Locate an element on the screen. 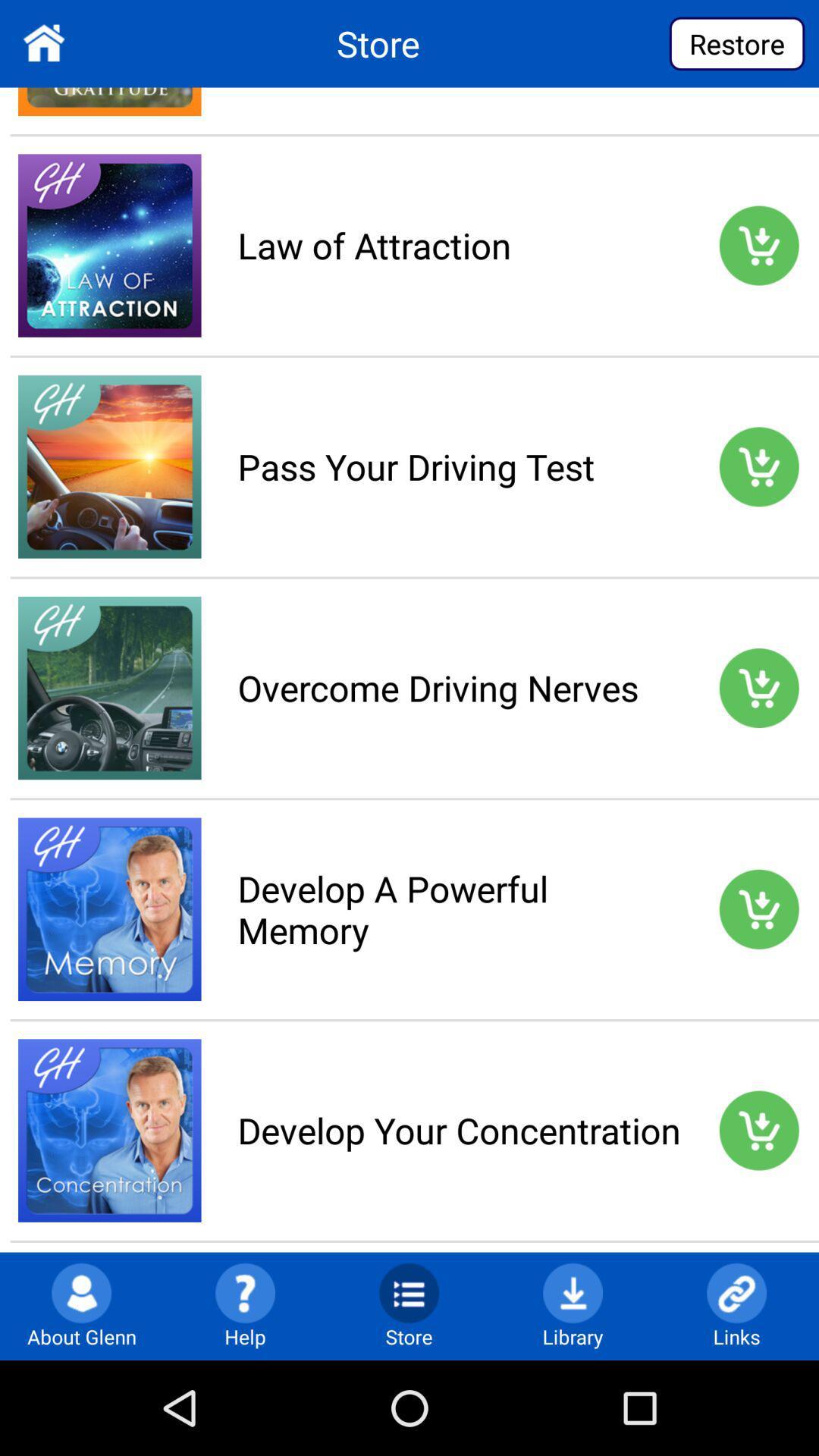 The image size is (819, 1456). the law of attraction is located at coordinates (458, 245).